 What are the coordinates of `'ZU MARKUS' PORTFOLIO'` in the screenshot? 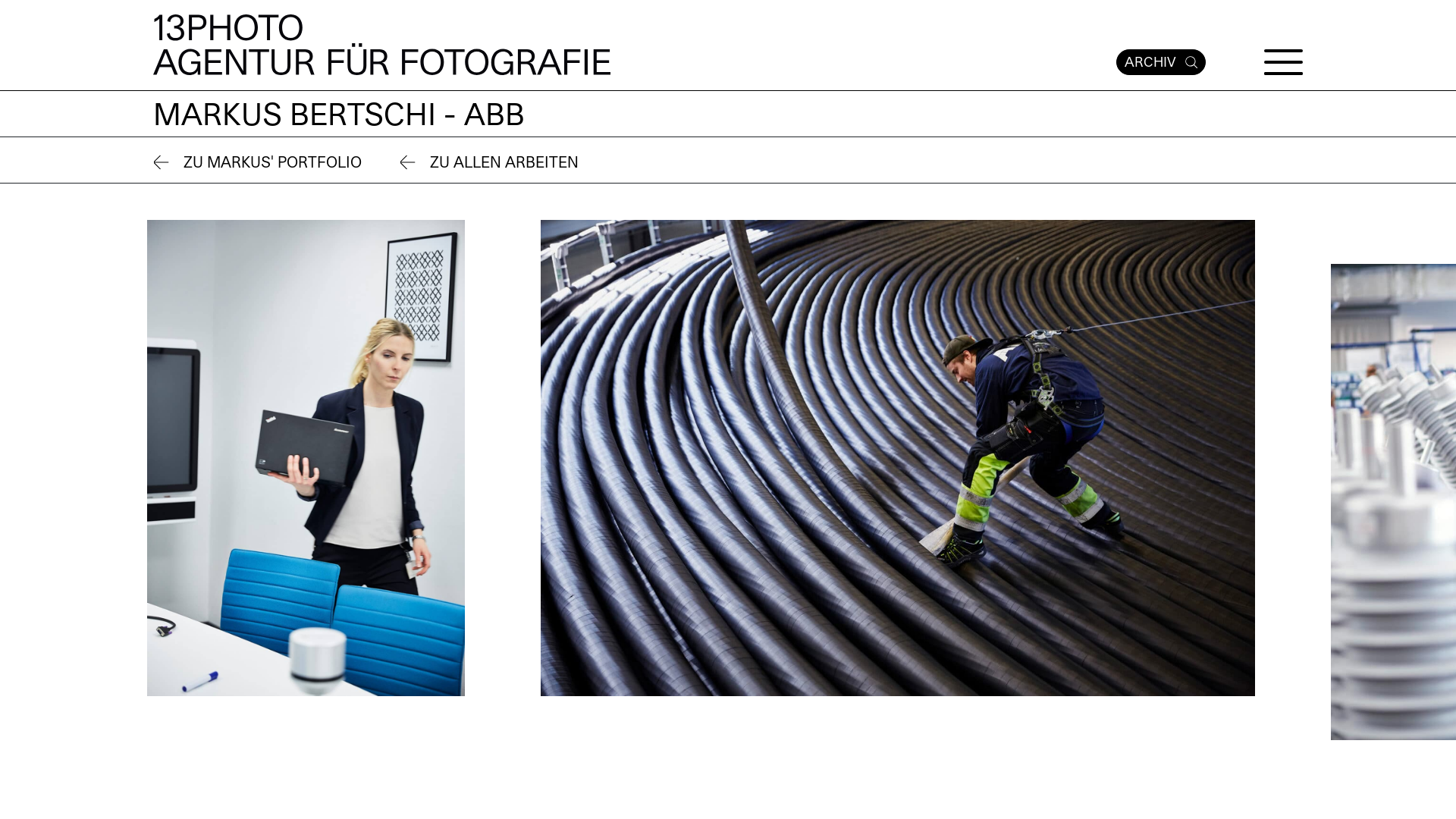 It's located at (152, 163).